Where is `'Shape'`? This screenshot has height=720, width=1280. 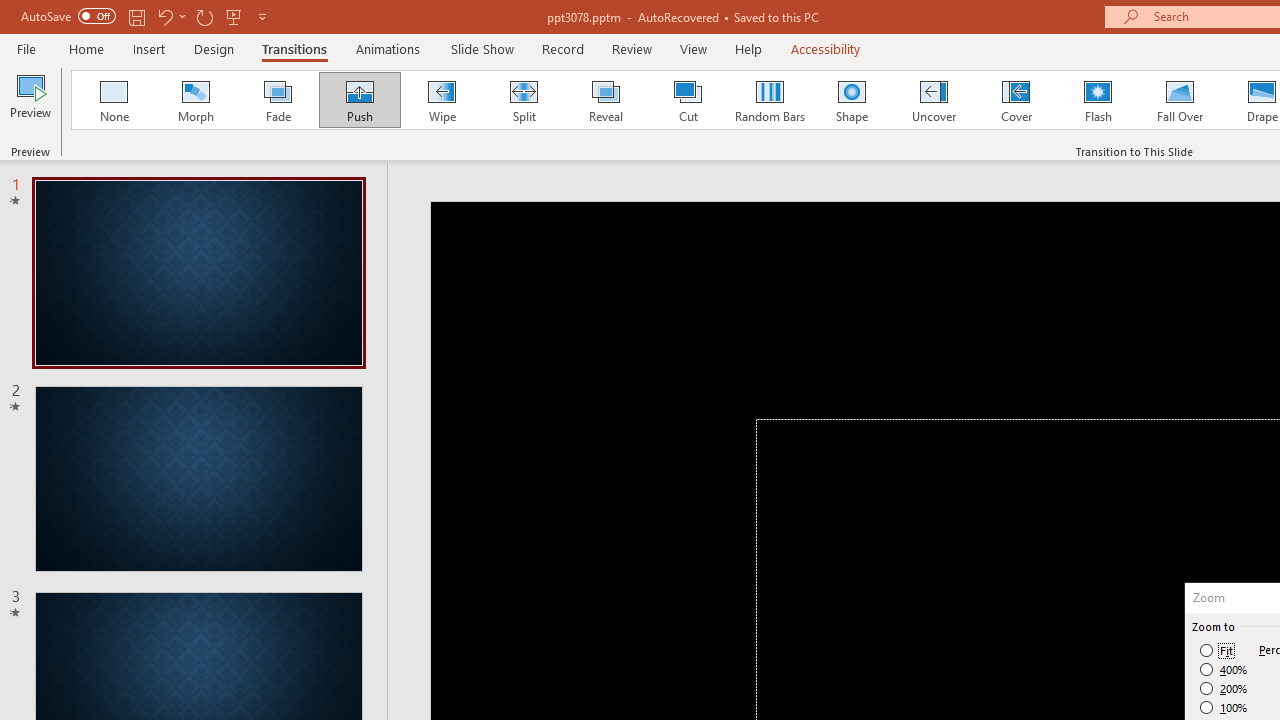
'Shape' is located at coordinates (852, 100).